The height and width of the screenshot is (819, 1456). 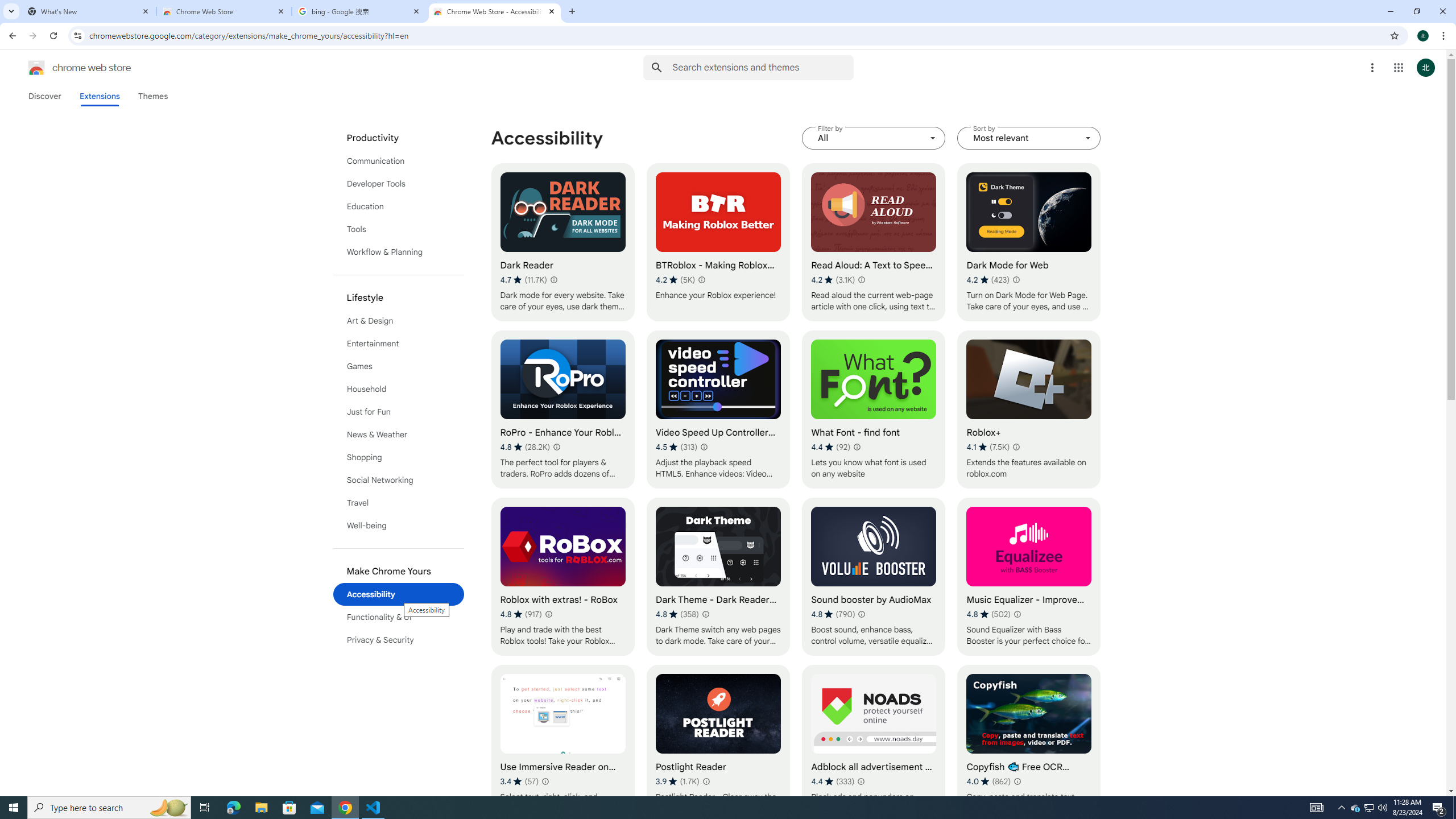 What do you see at coordinates (524, 446) in the screenshot?
I see `'Average rating 4.8 out of 5 stars. 28.2K ratings.'` at bounding box center [524, 446].